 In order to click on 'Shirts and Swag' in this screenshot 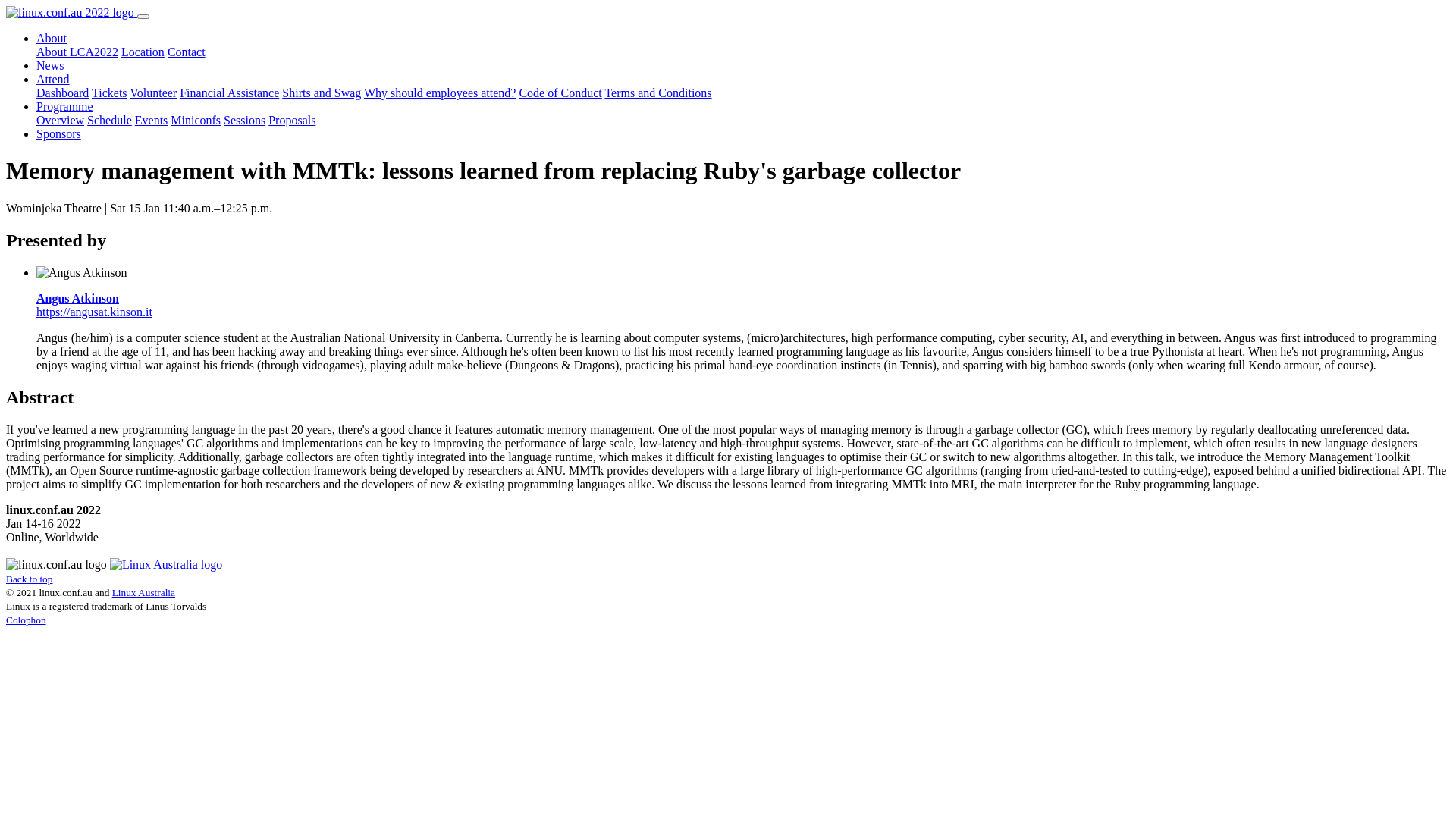, I will do `click(282, 93)`.